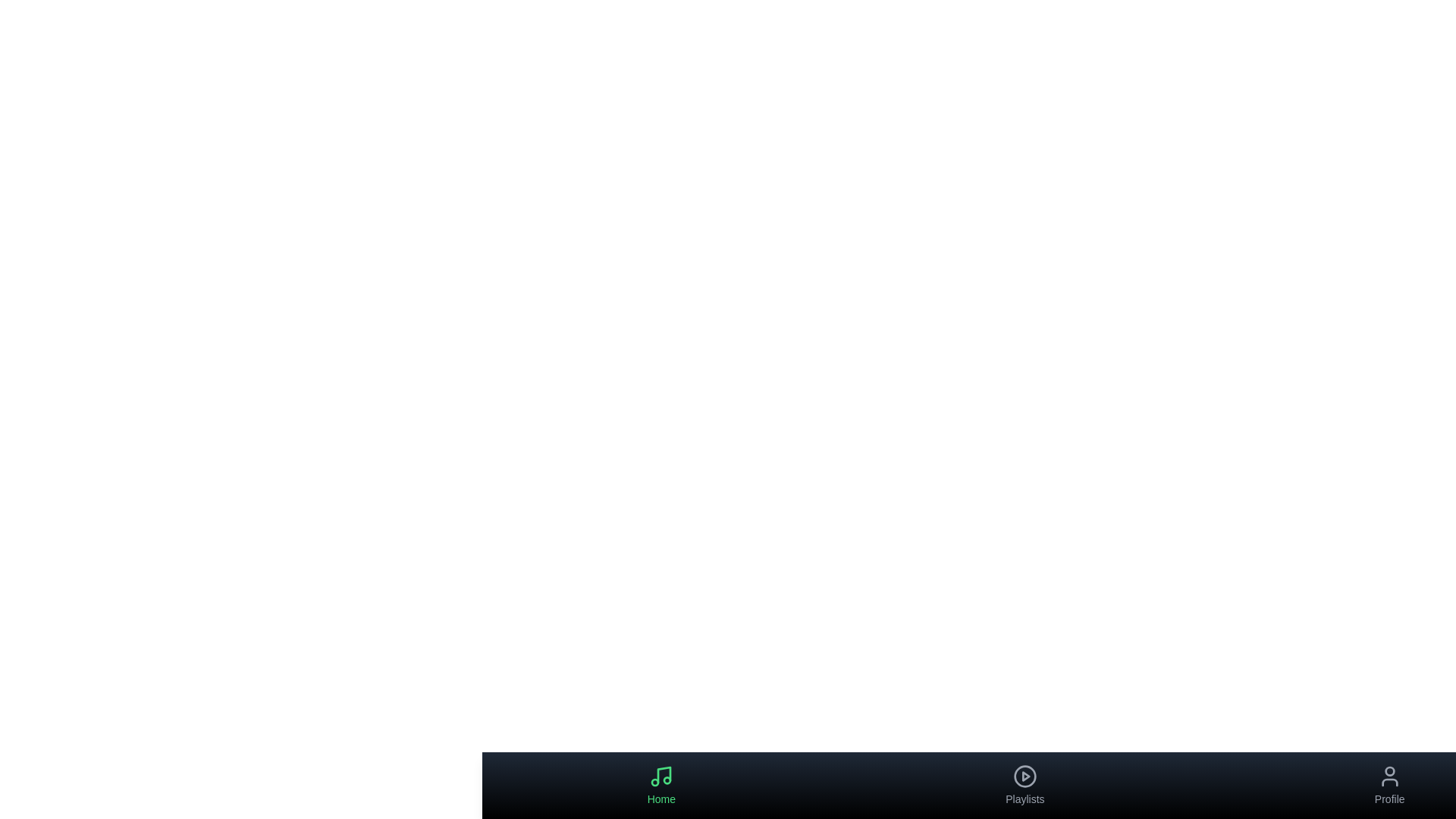 The height and width of the screenshot is (819, 1456). Describe the element at coordinates (1389, 785) in the screenshot. I see `the tab labeled Profile to observe the hover effect` at that location.